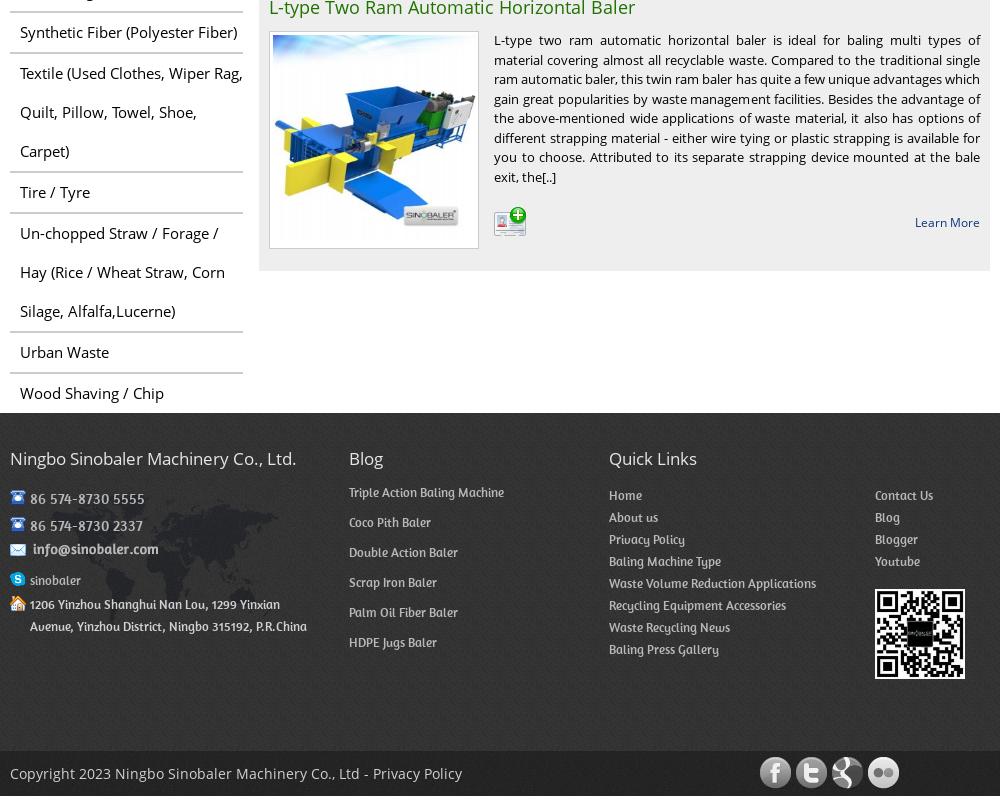  I want to click on 'Coco Pith Baler', so click(390, 521).